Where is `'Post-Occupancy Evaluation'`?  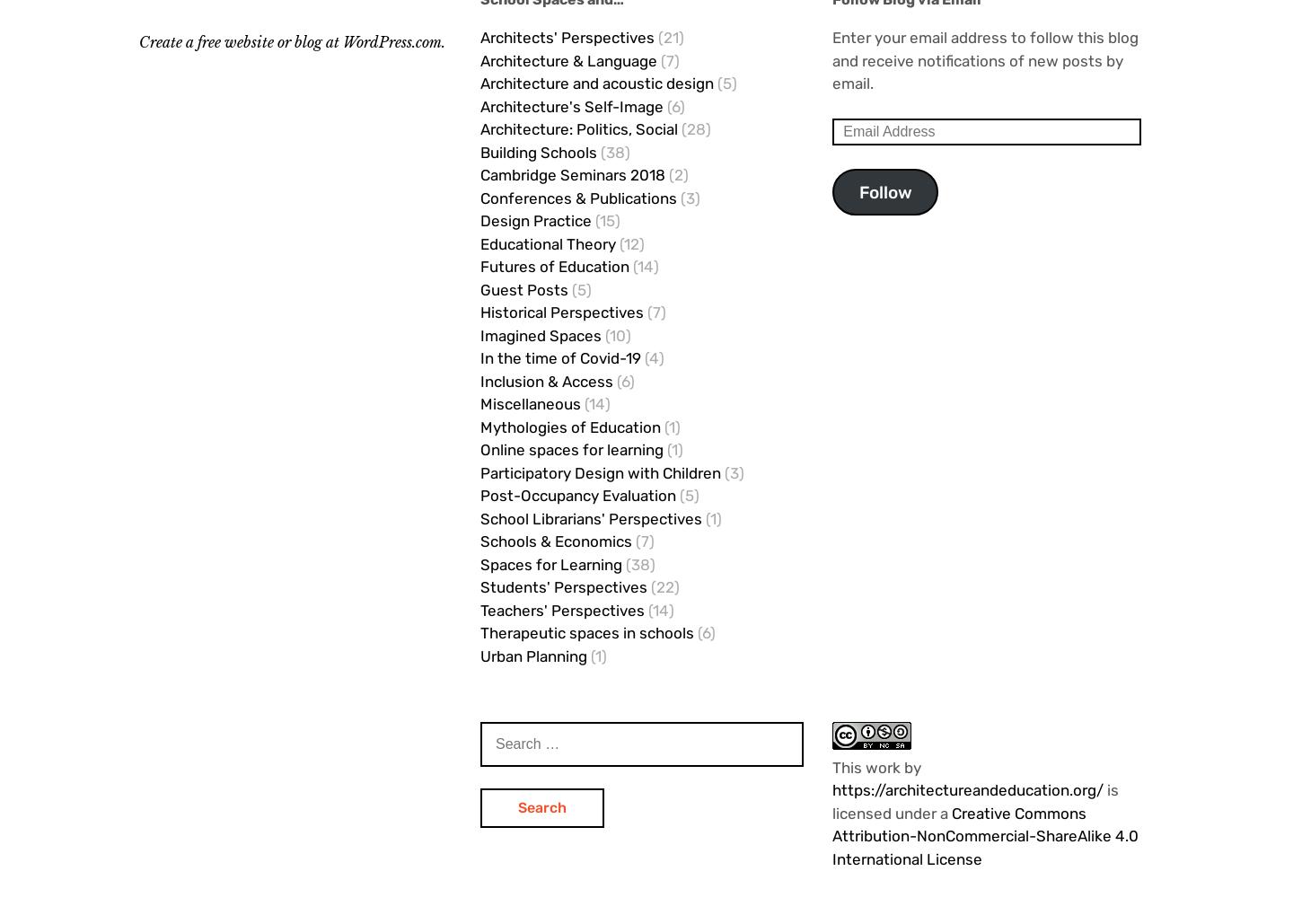
'Post-Occupancy Evaluation' is located at coordinates (576, 494).